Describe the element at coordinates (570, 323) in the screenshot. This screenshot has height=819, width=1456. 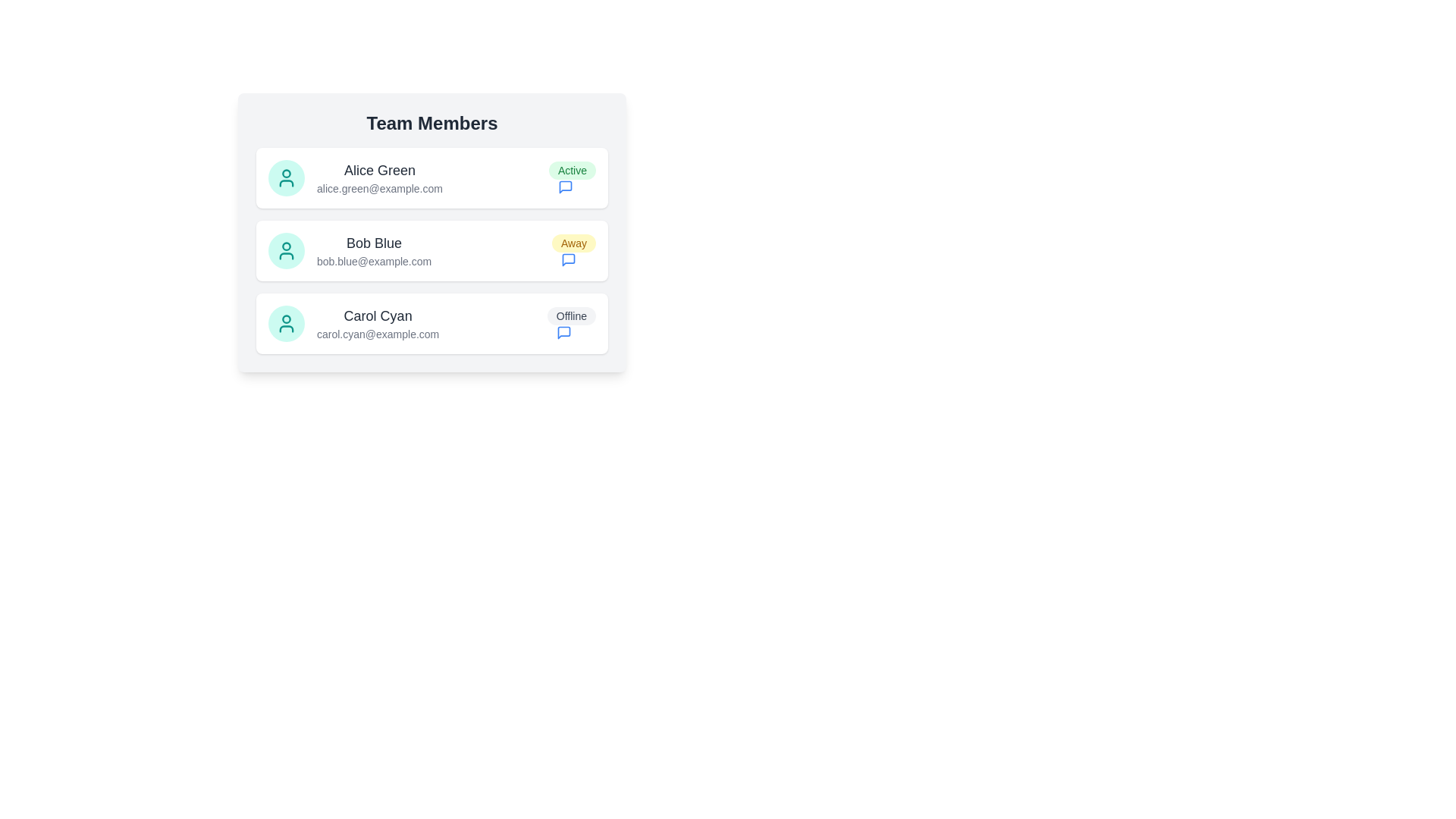
I see `the composite UI element indicating 'Offline' status and the message bubble icon for Carol Cyan` at that location.